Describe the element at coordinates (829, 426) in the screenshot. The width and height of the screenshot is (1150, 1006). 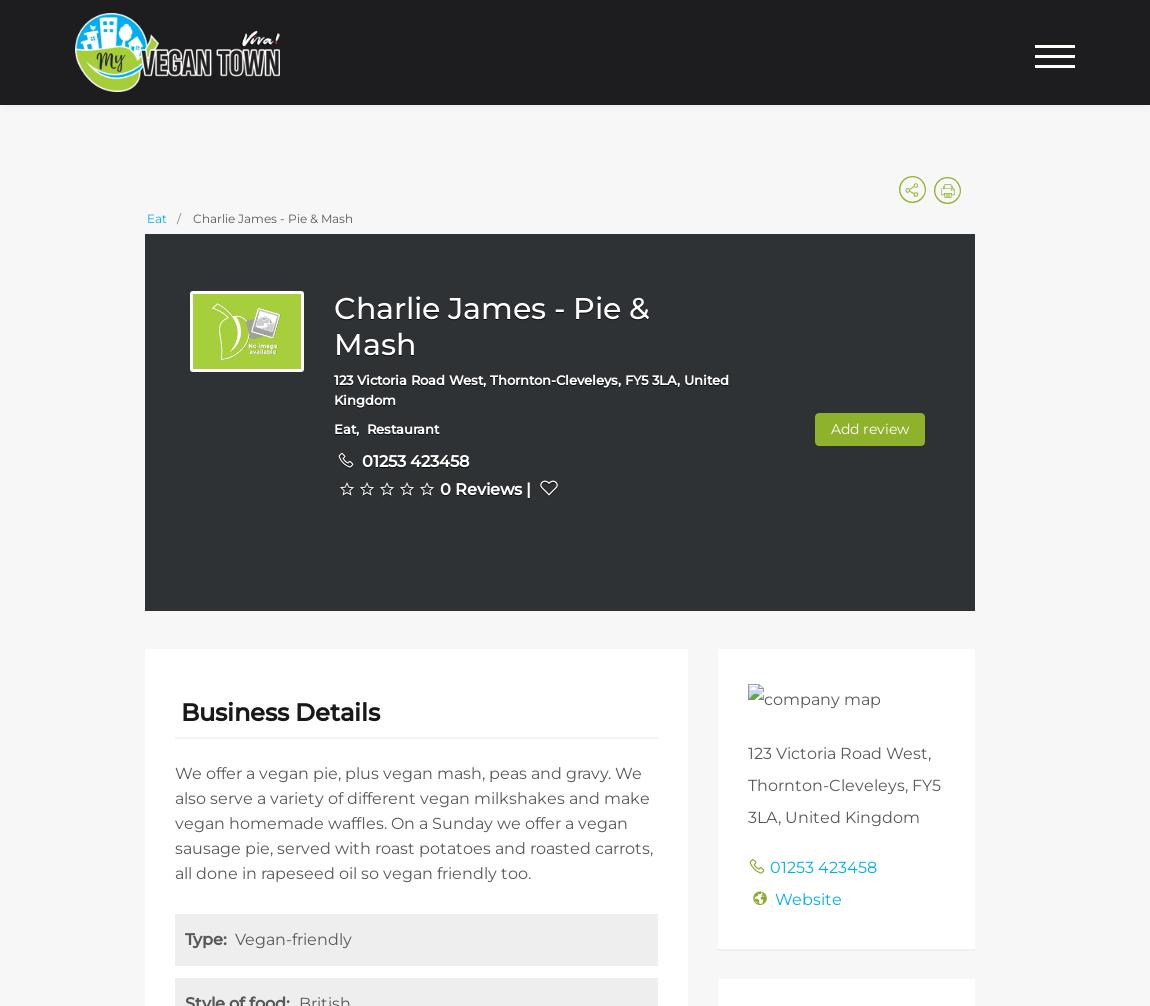
I see `'Add review'` at that location.